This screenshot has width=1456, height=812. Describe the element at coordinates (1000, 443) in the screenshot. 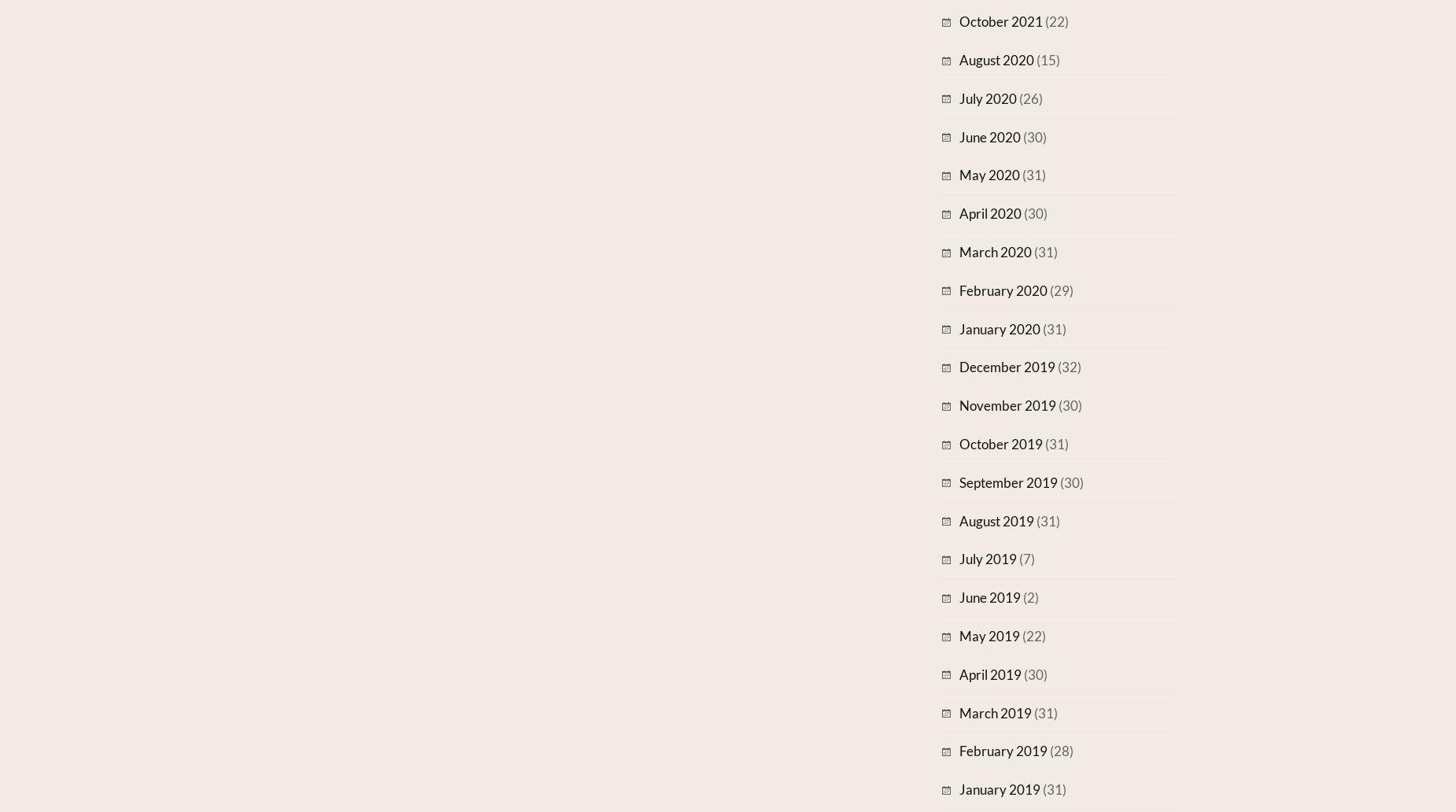

I see `'October 2019'` at that location.